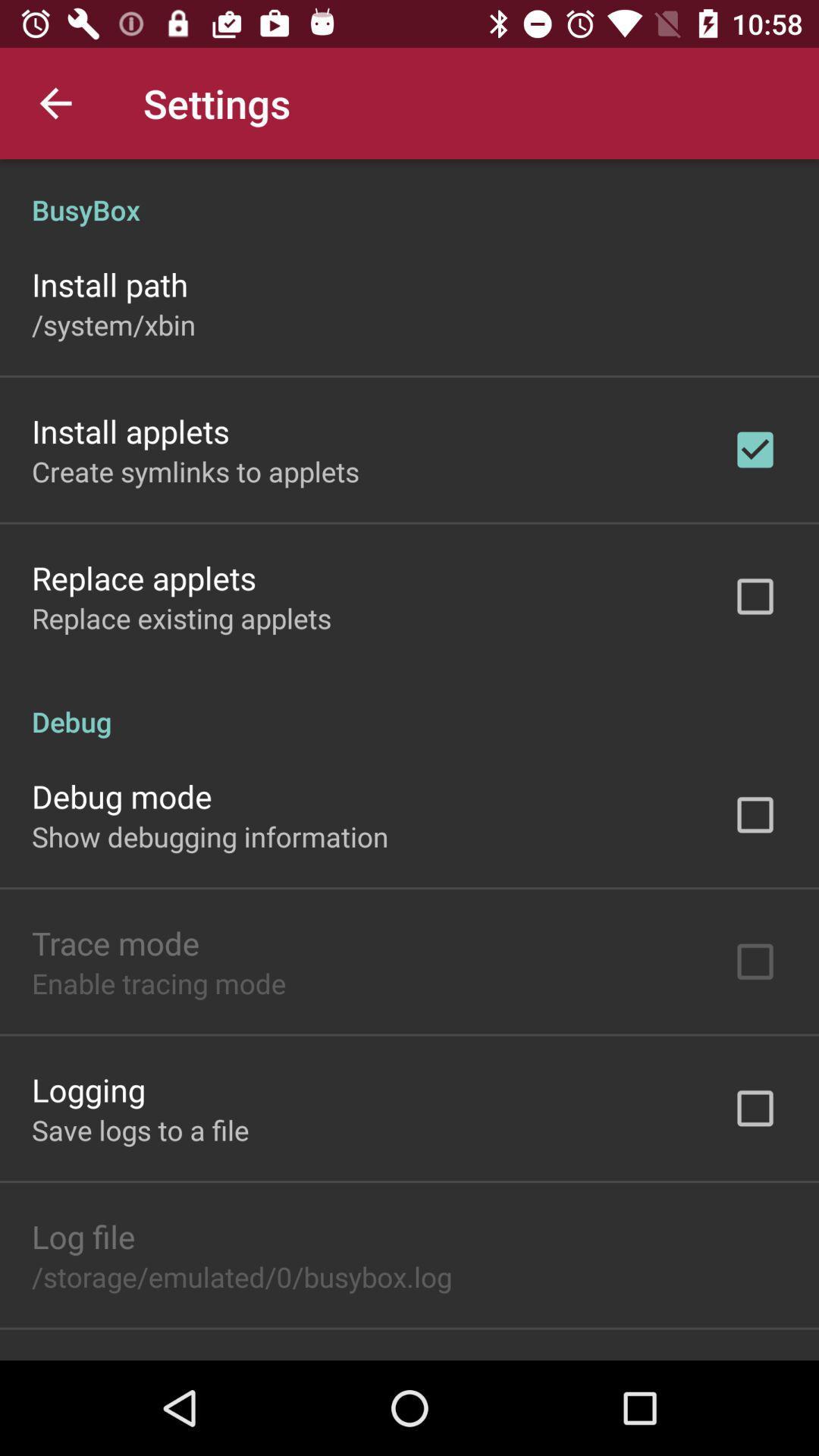  Describe the element at coordinates (109, 284) in the screenshot. I see `the install path icon` at that location.